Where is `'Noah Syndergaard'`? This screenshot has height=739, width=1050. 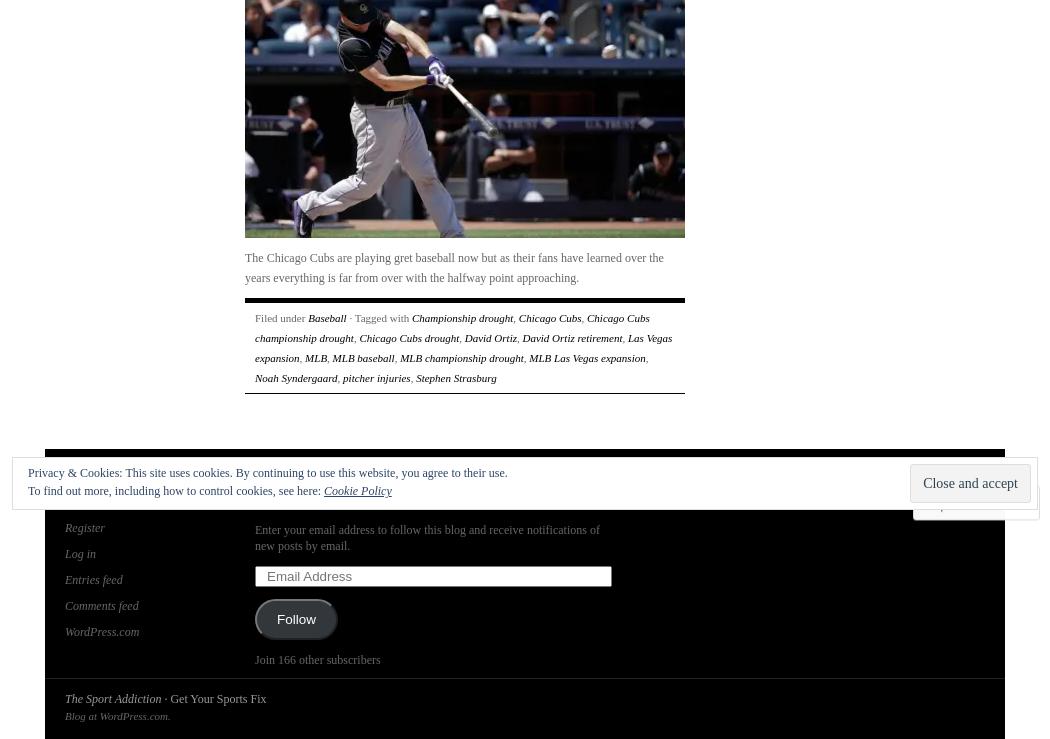
'Noah Syndergaard' is located at coordinates (294, 377).